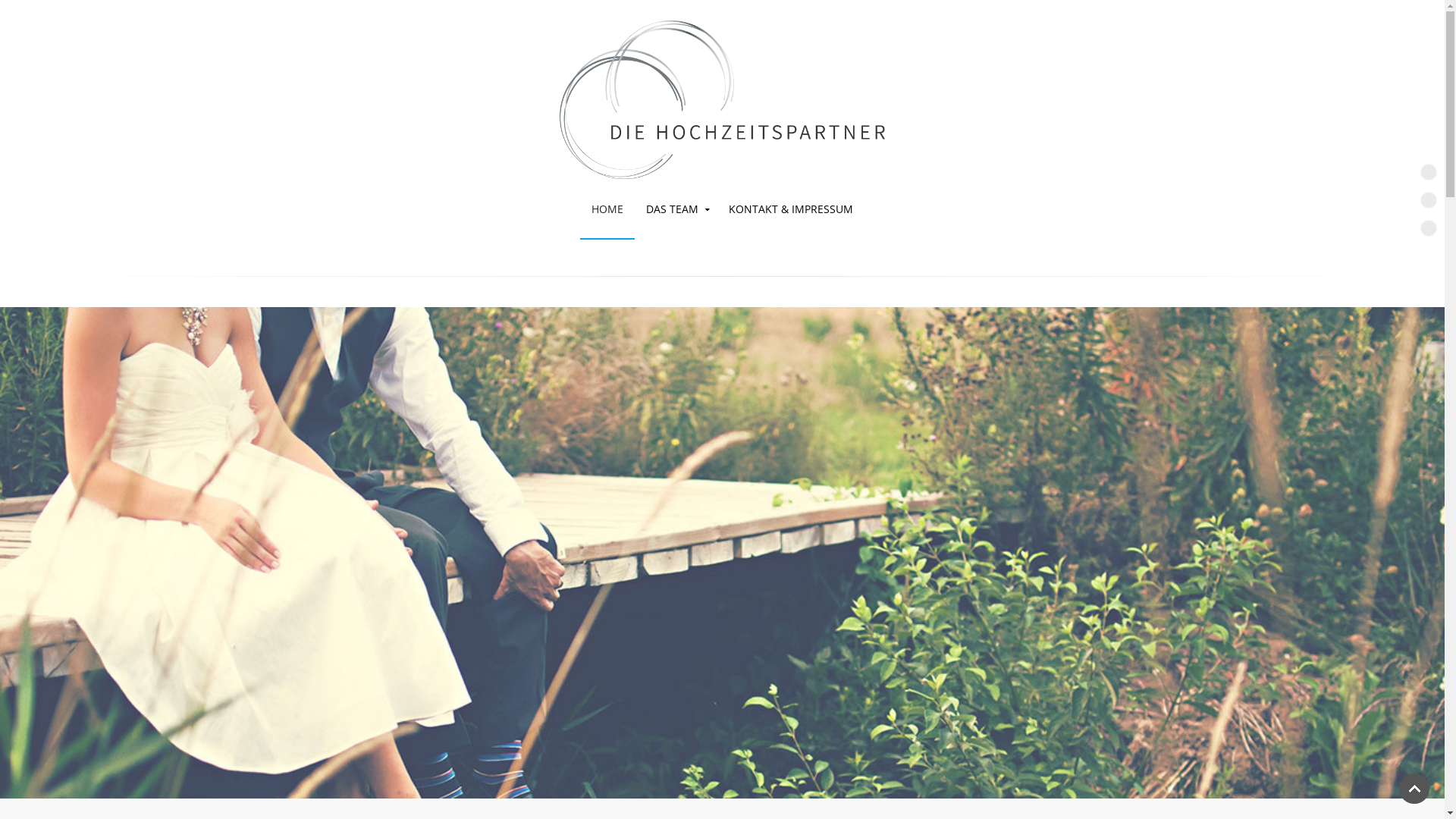  What do you see at coordinates (675, 209) in the screenshot?
I see `'DAS TEAM'` at bounding box center [675, 209].